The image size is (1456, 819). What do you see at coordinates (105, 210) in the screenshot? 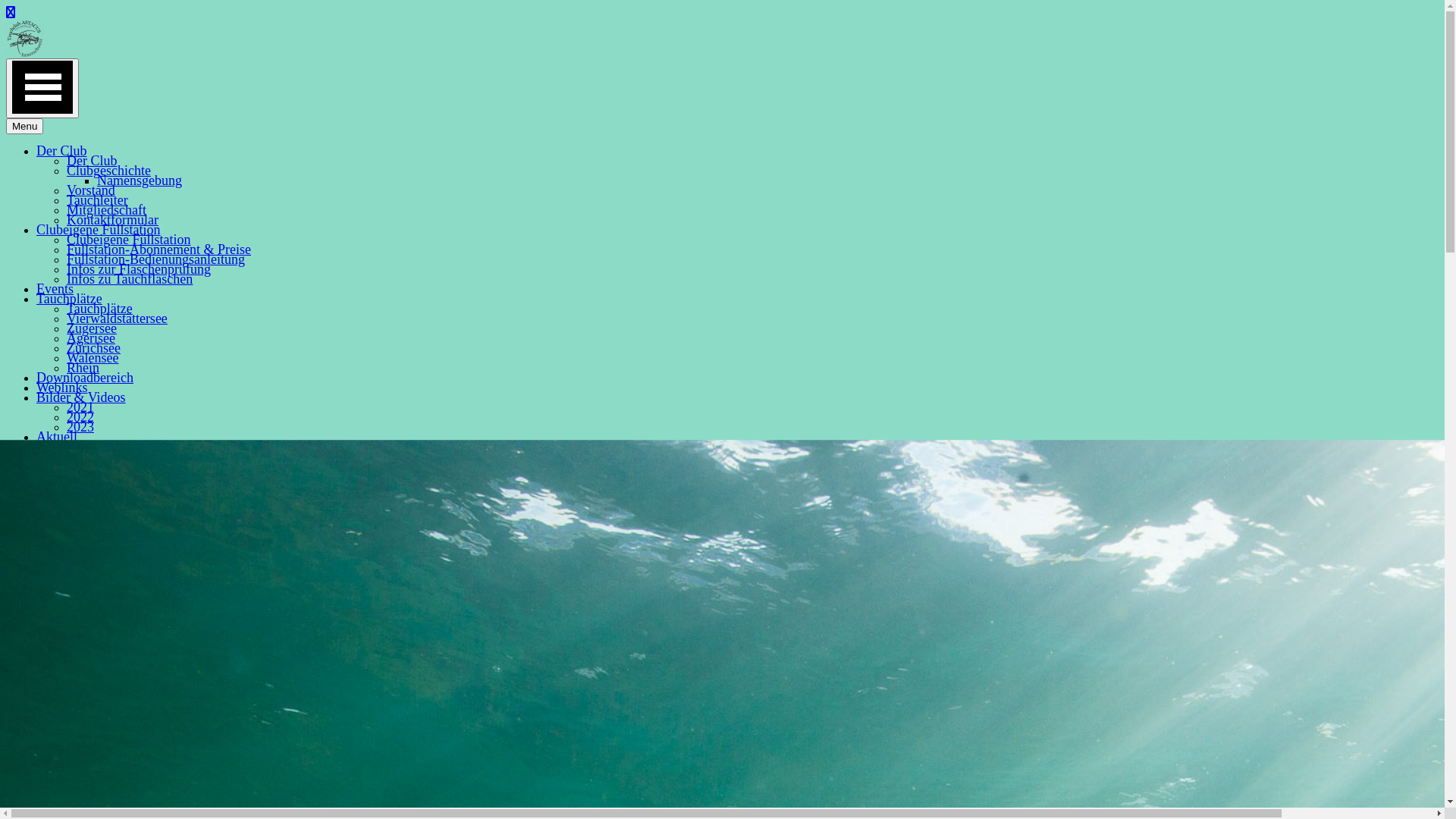
I see `'Mitgliedschaft'` at bounding box center [105, 210].